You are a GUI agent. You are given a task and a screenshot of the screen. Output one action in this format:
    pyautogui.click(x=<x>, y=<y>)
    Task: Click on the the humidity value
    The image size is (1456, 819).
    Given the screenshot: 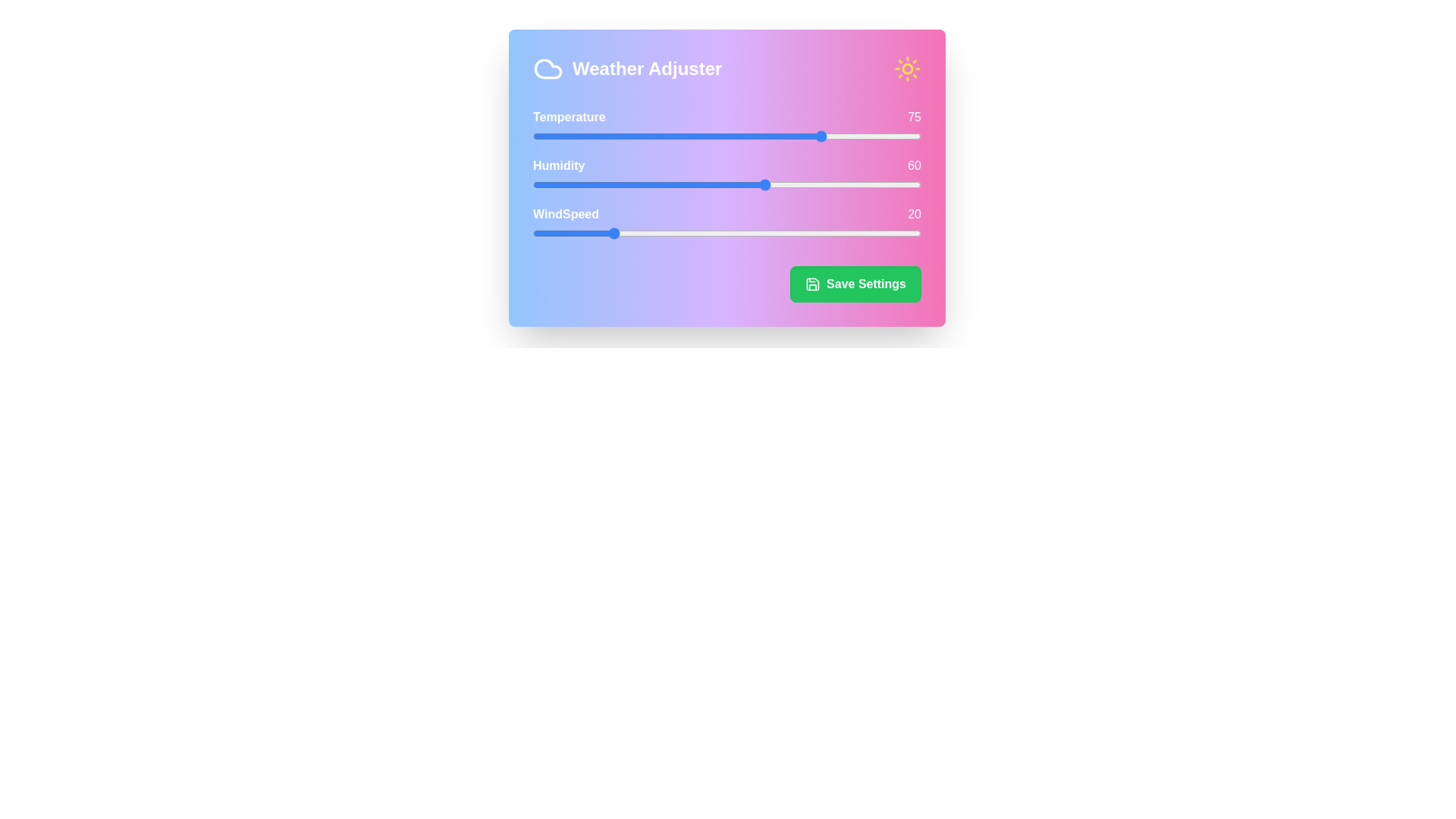 What is the action you would take?
    pyautogui.click(x=804, y=184)
    